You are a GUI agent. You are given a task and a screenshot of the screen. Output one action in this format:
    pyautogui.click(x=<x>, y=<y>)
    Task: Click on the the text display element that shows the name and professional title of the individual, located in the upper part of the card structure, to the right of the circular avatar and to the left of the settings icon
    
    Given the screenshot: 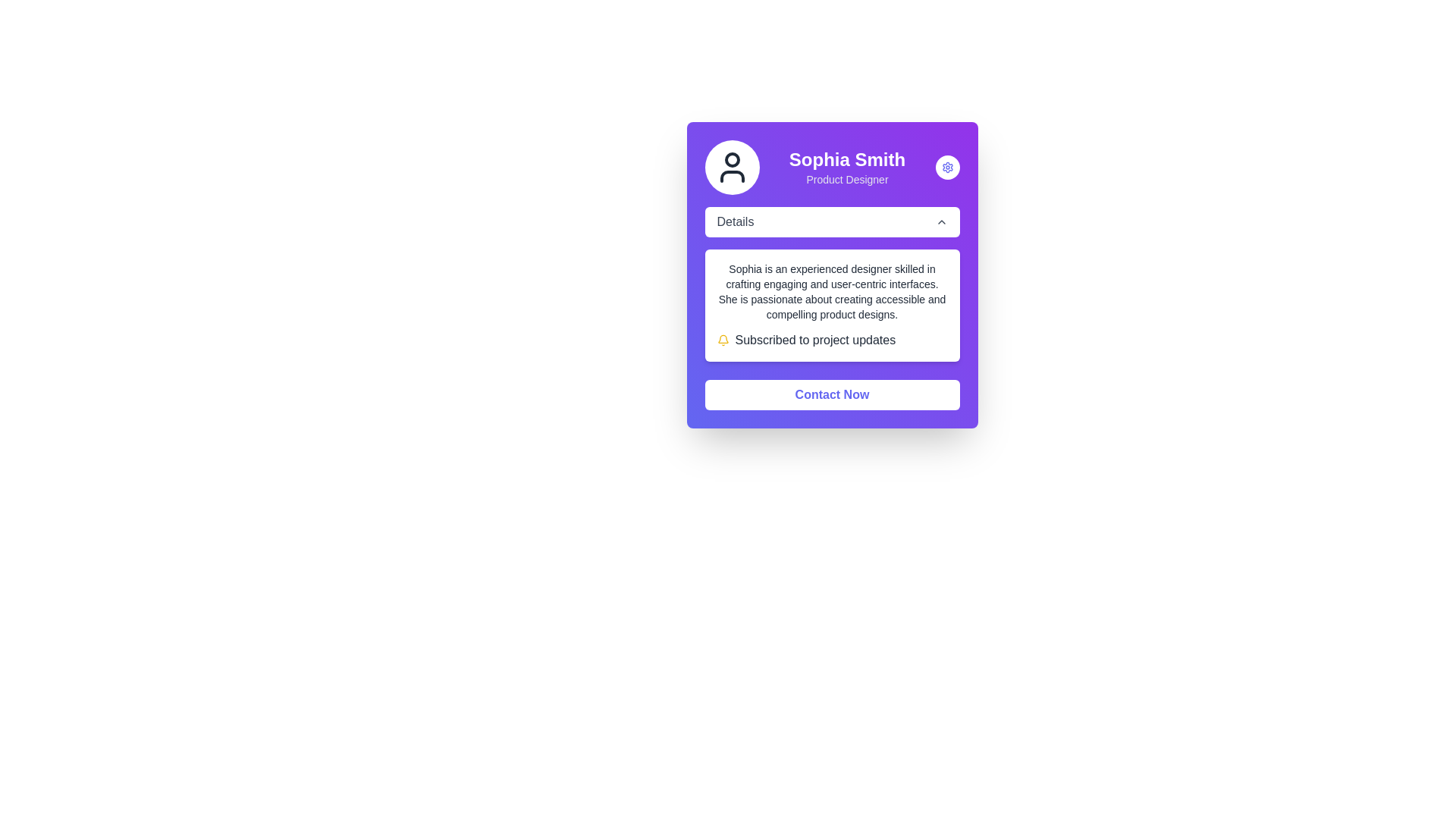 What is the action you would take?
    pyautogui.click(x=846, y=167)
    